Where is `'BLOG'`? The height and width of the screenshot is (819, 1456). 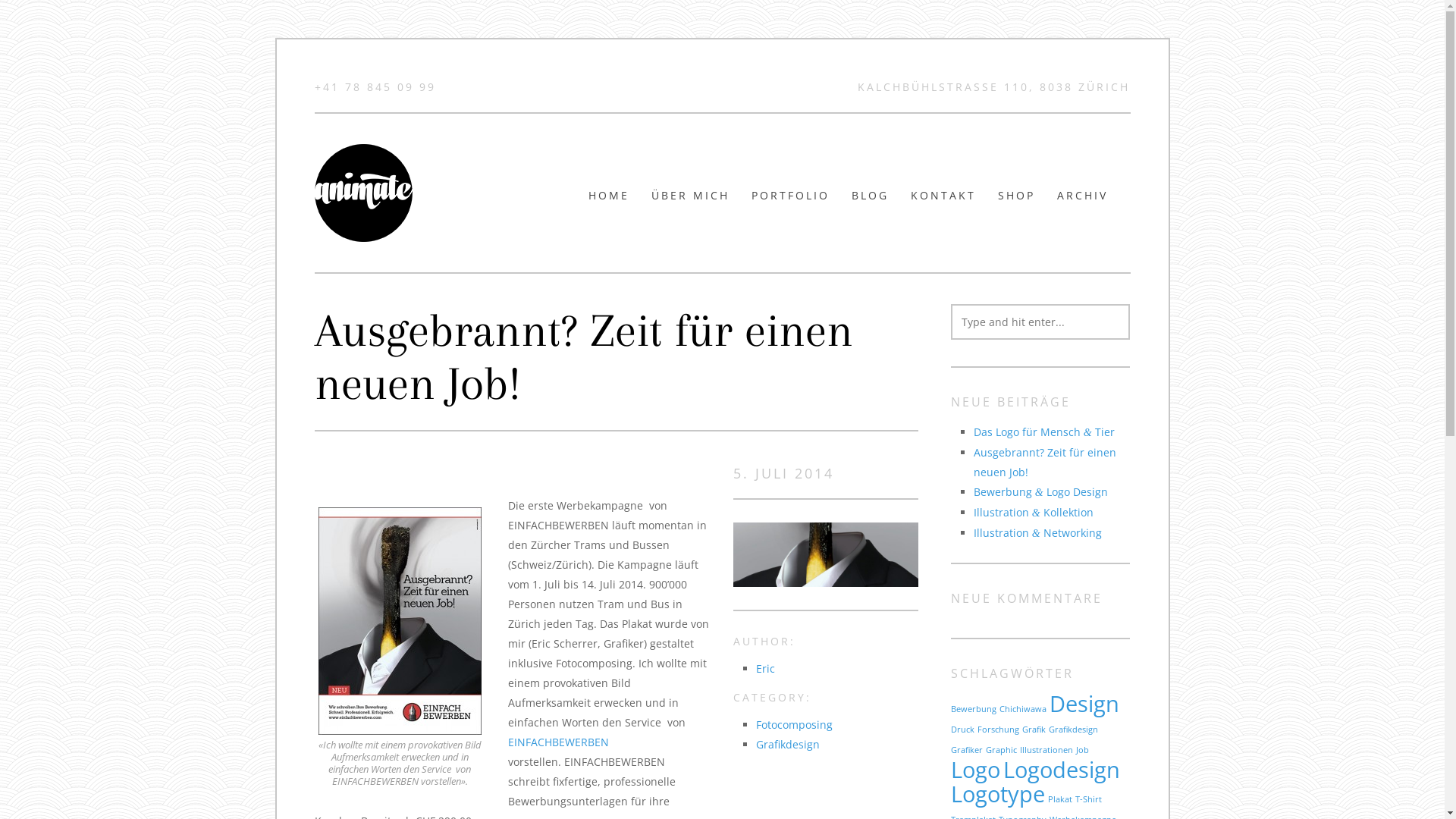 'BLOG' is located at coordinates (870, 200).